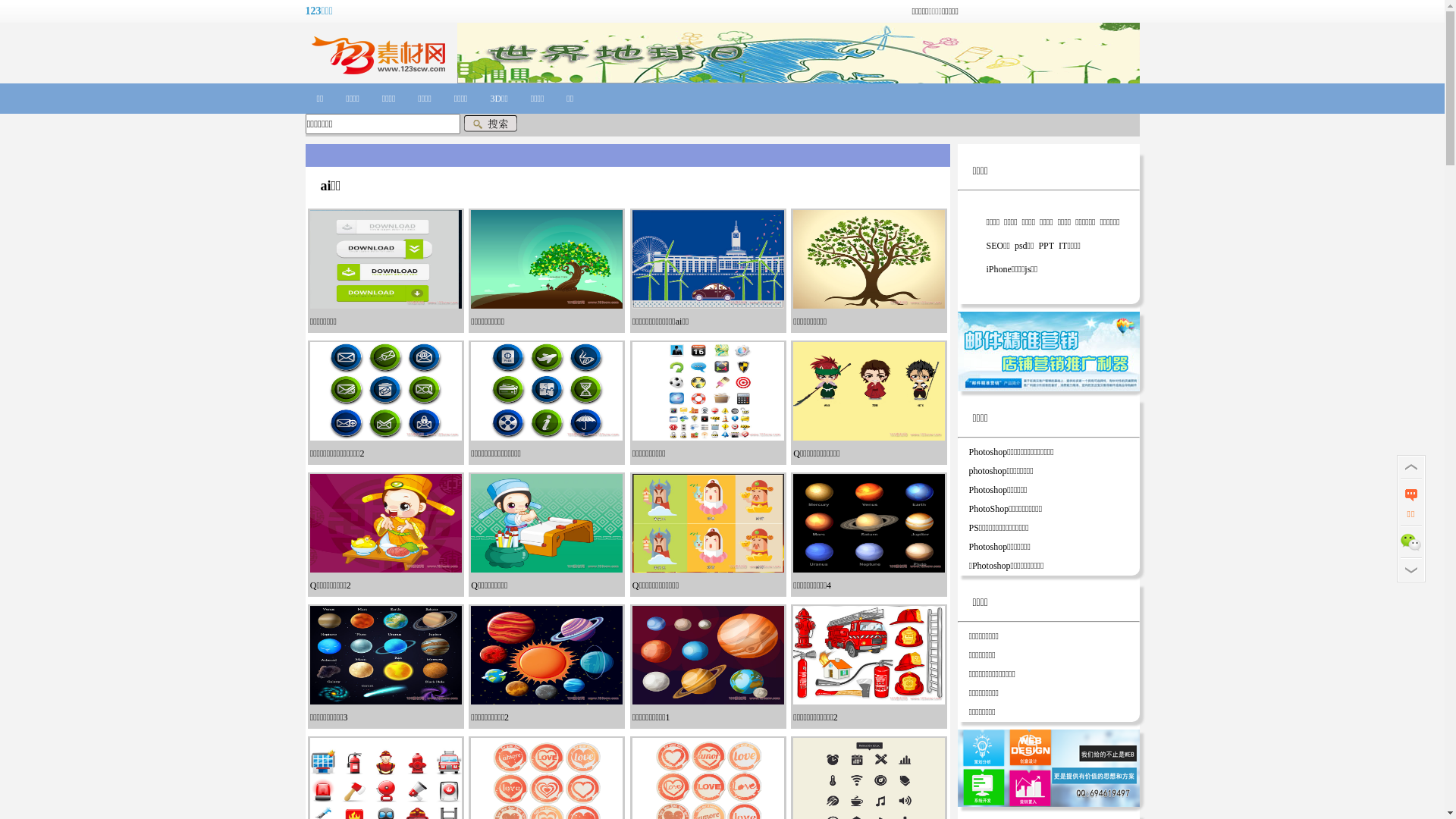  I want to click on 'PPT', so click(1045, 245).